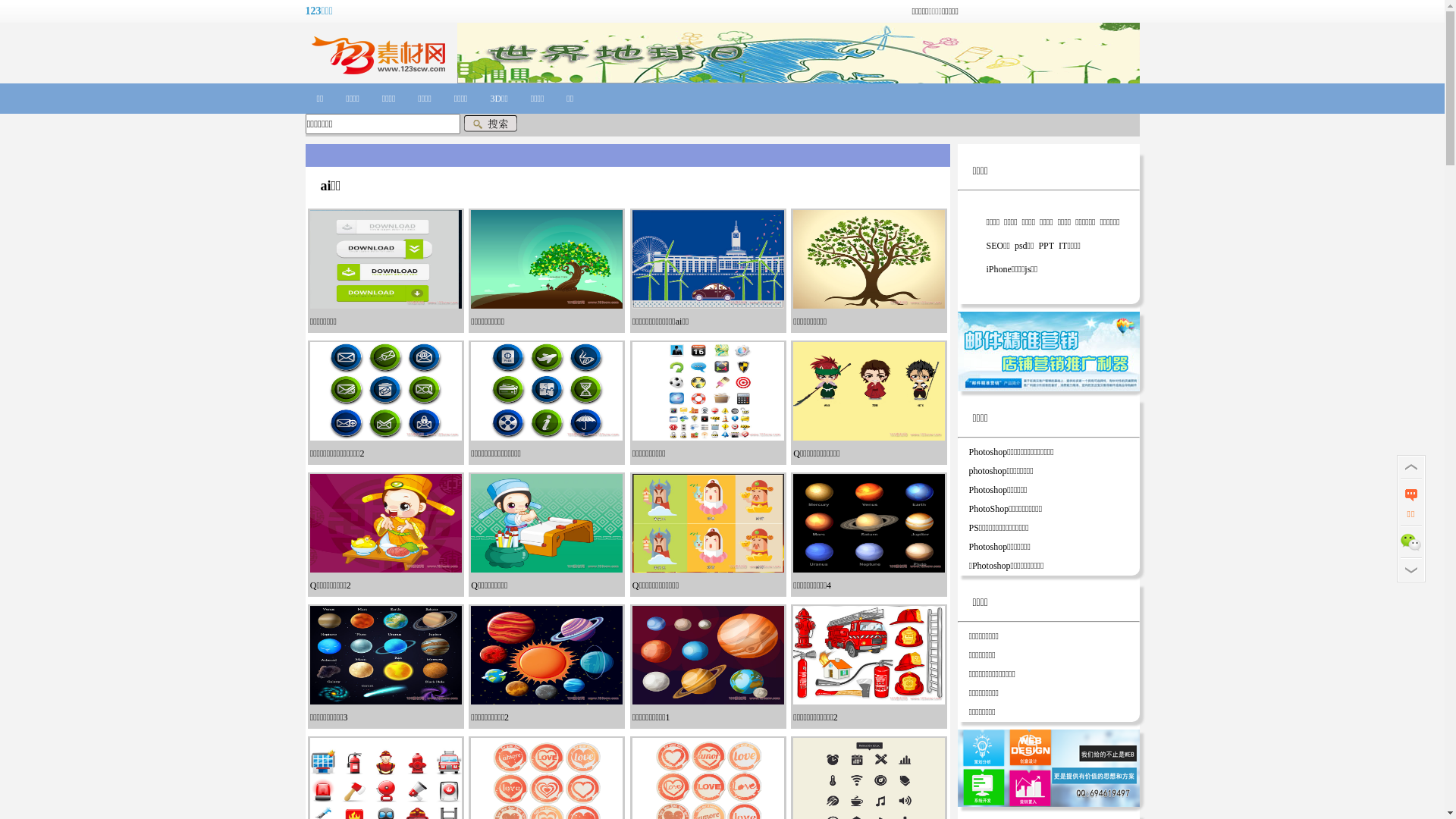  I want to click on 'PPT', so click(1045, 245).